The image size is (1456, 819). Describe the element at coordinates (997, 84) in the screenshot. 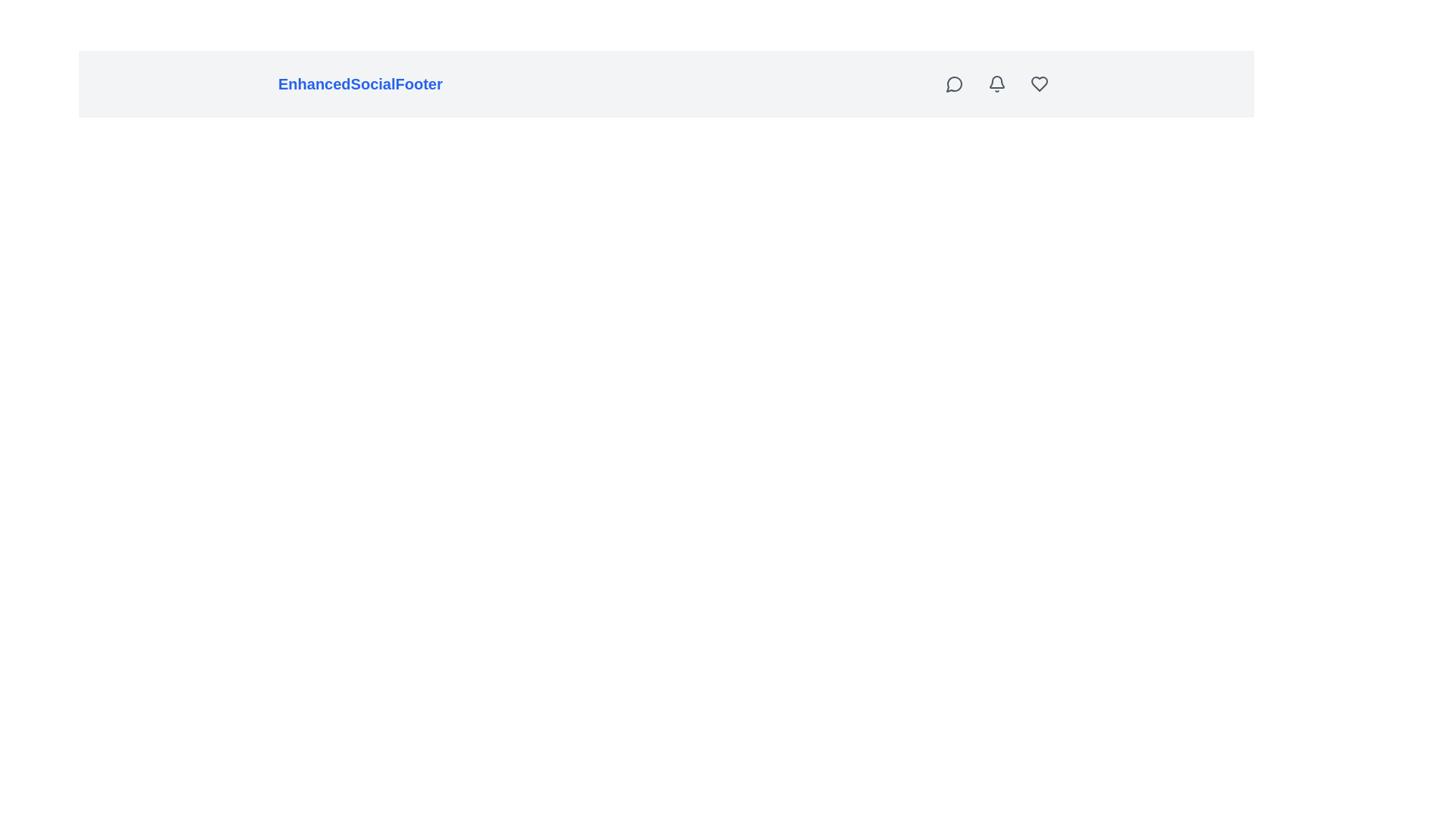

I see `the notification button located third from the left in the header section` at that location.